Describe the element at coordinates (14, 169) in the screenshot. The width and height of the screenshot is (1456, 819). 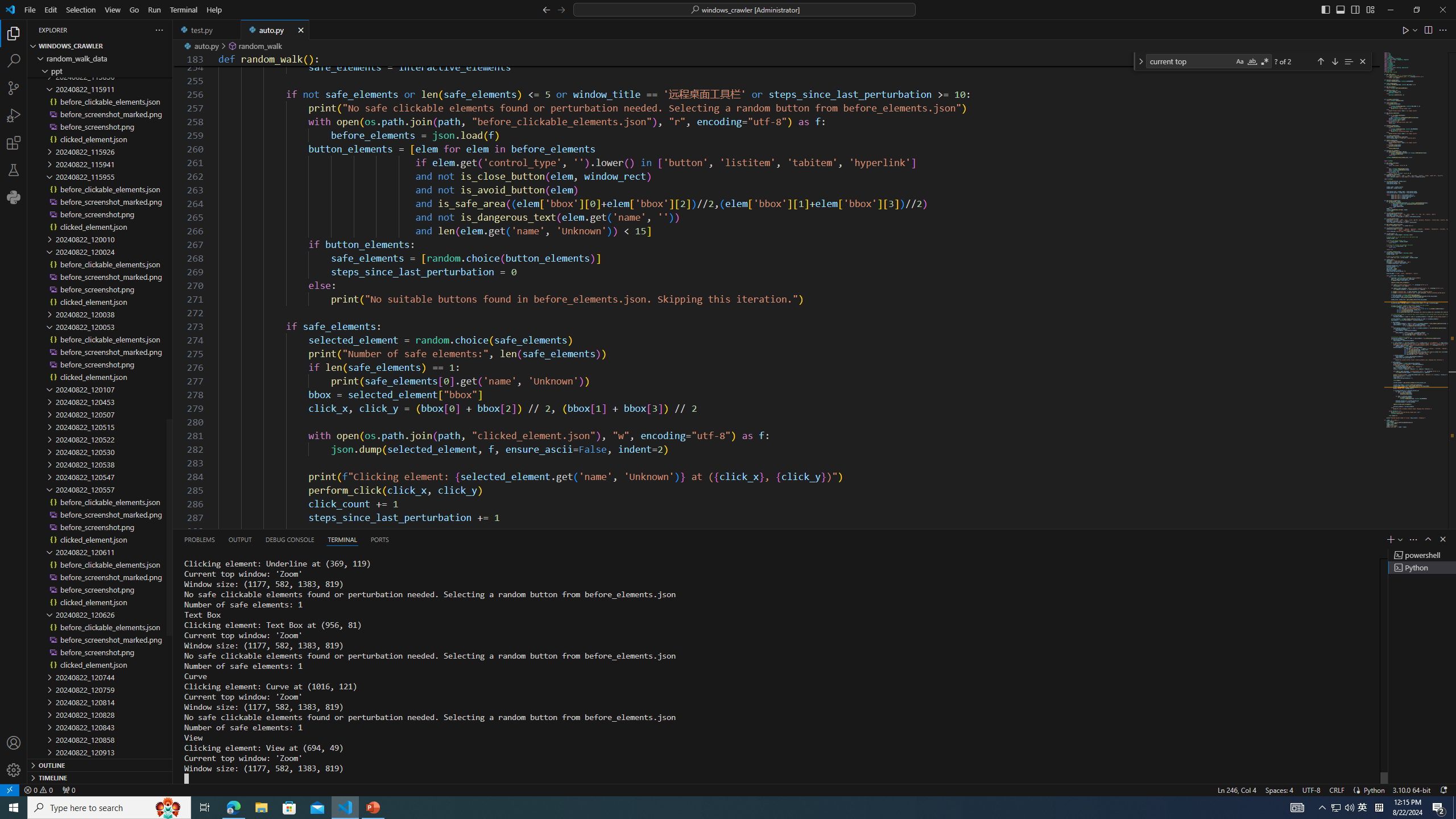
I see `'Testing'` at that location.